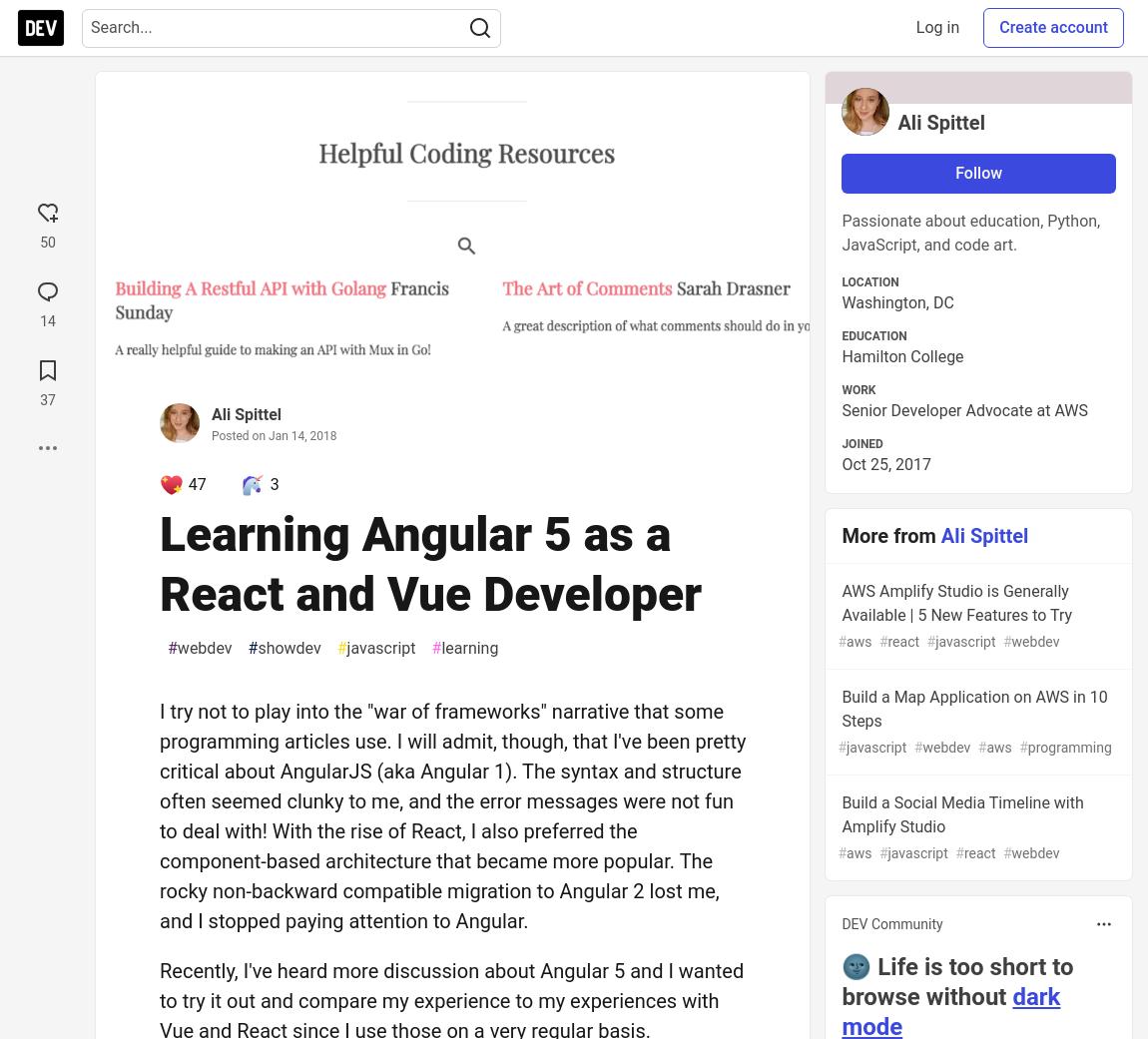 The width and height of the screenshot is (1148, 1039). I want to click on 'Senior Developer Advocate at AWS', so click(964, 410).